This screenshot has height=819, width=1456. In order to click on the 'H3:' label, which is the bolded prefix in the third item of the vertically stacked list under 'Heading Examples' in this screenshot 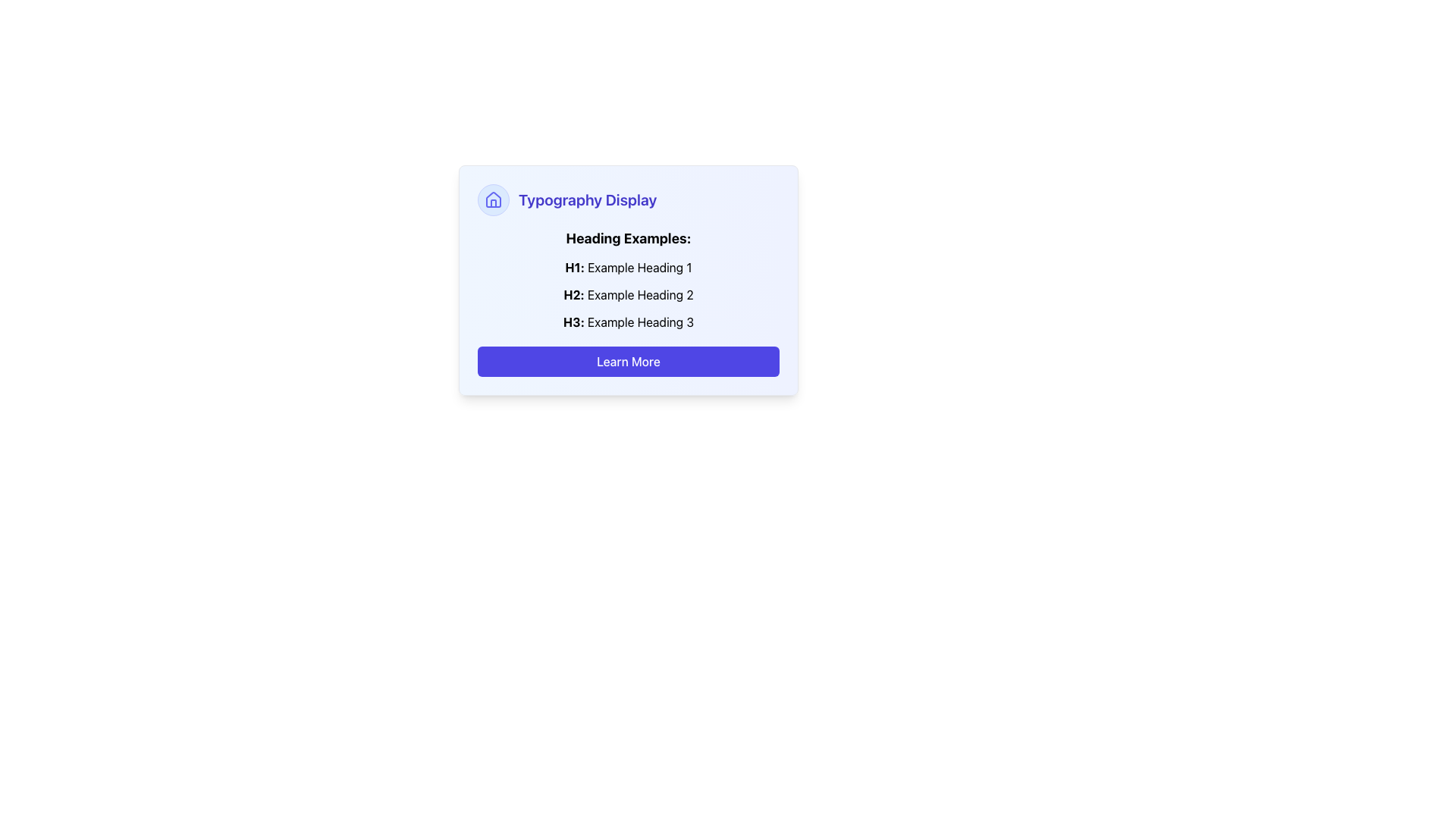, I will do `click(573, 321)`.